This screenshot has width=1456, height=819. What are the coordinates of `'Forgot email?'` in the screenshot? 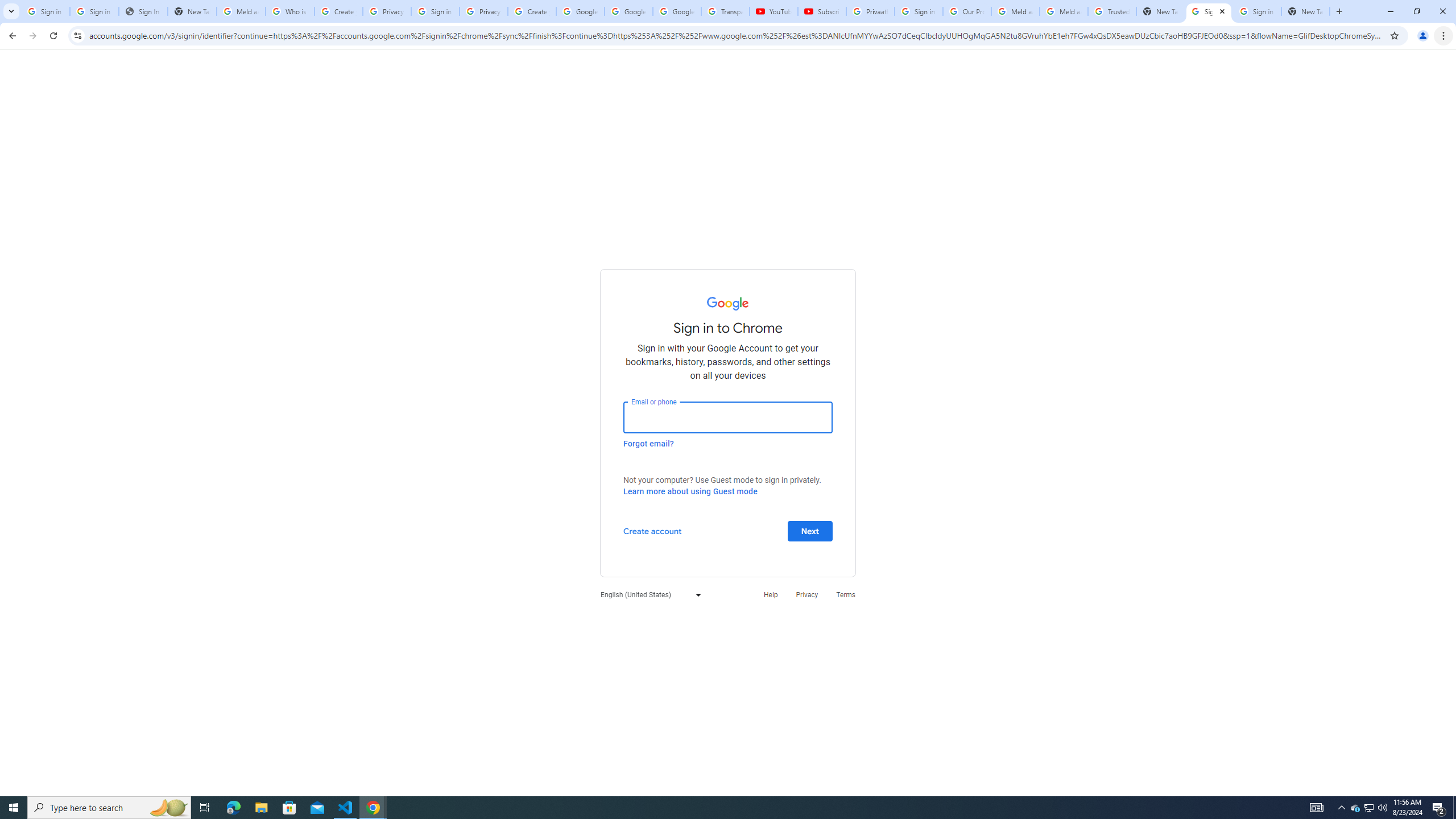 It's located at (648, 442).